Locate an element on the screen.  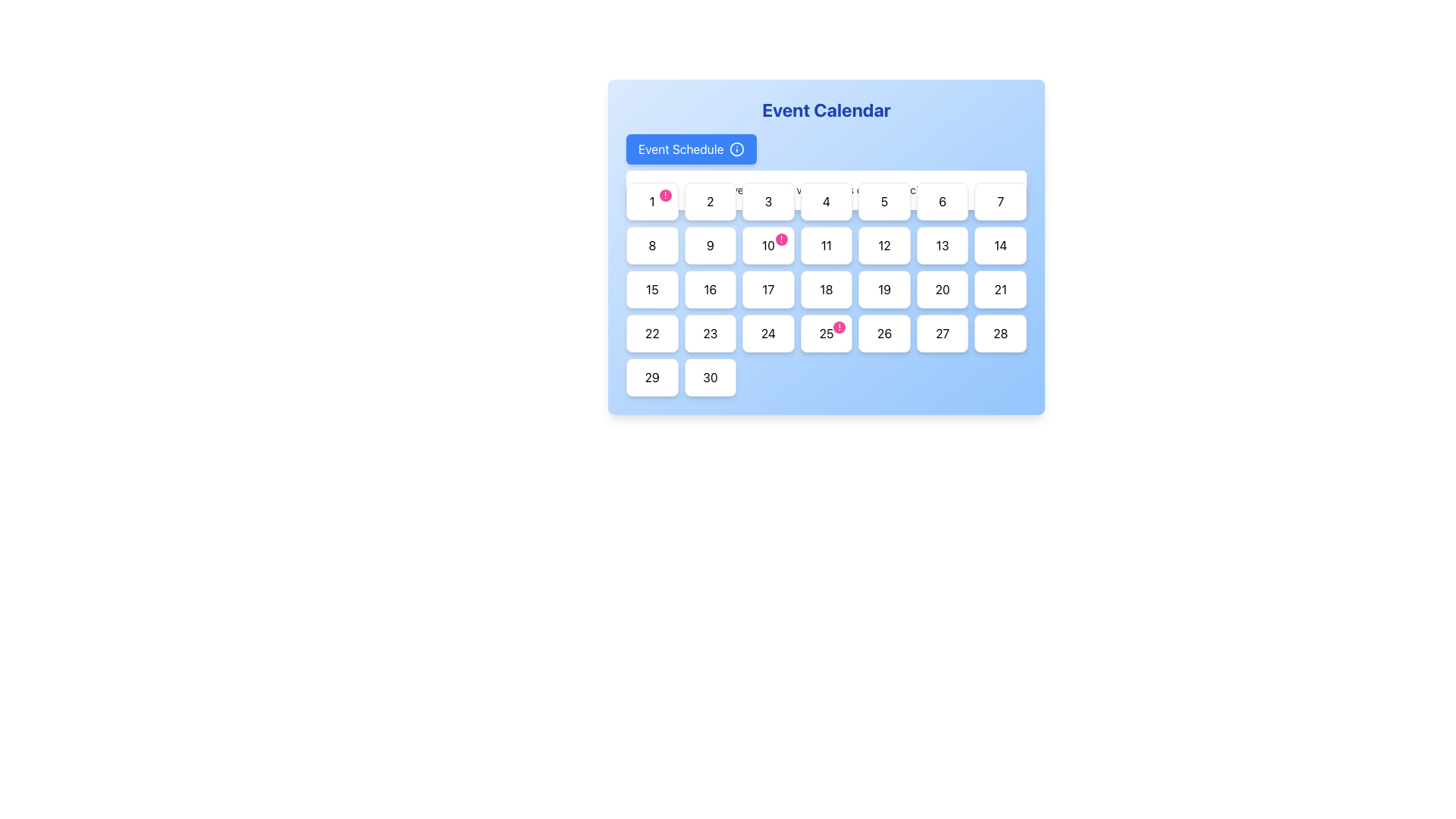
the button displaying the number '5' with a white background and black text is located at coordinates (884, 201).